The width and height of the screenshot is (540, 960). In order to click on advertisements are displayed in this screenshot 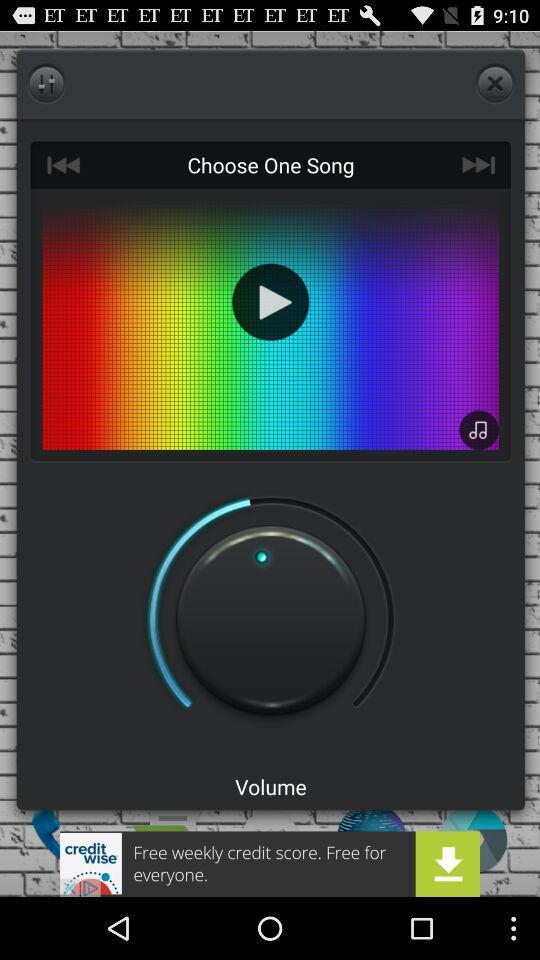, I will do `click(270, 863)`.